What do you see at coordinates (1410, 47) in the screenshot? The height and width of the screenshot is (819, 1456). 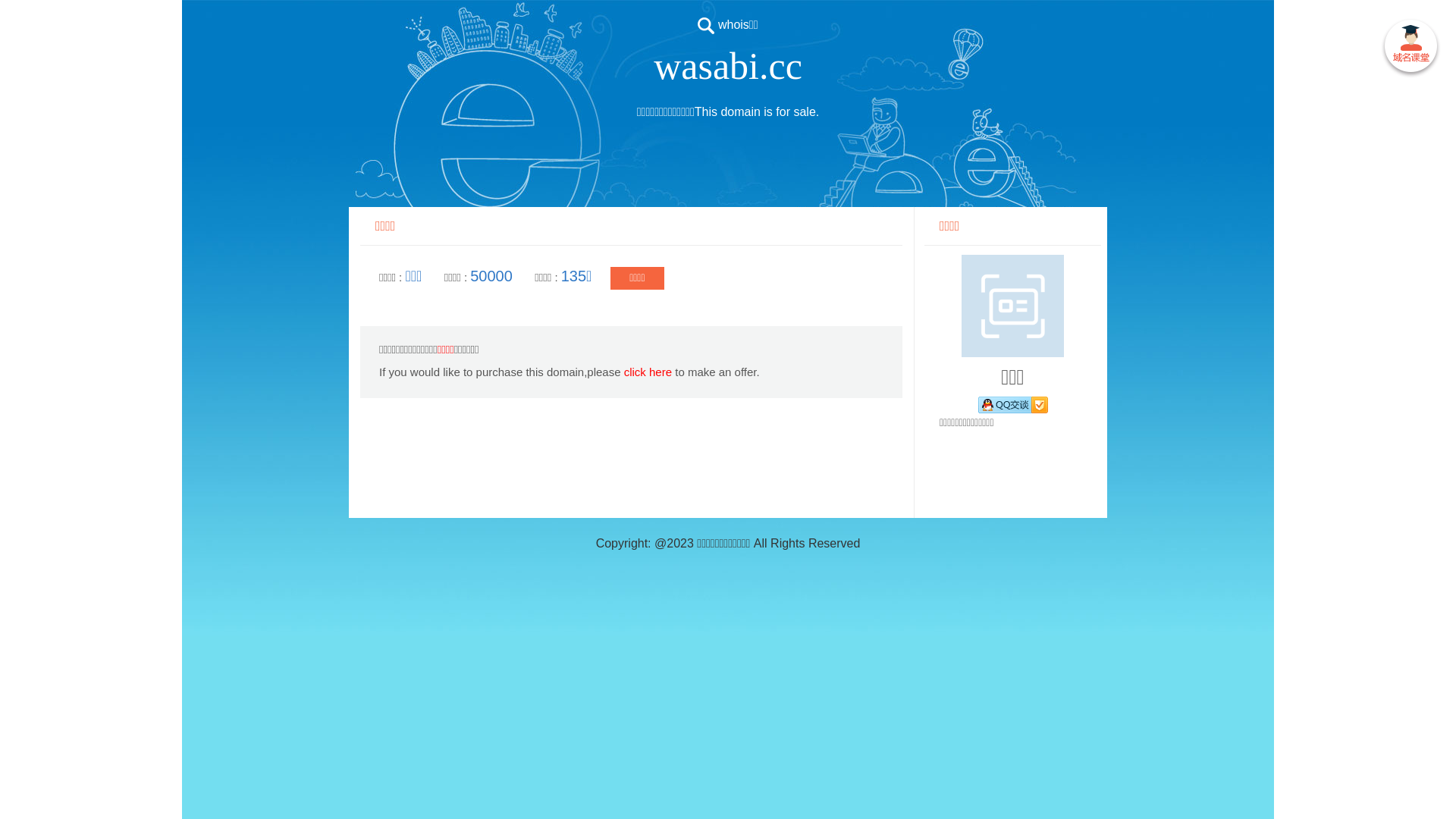 I see `' '` at bounding box center [1410, 47].